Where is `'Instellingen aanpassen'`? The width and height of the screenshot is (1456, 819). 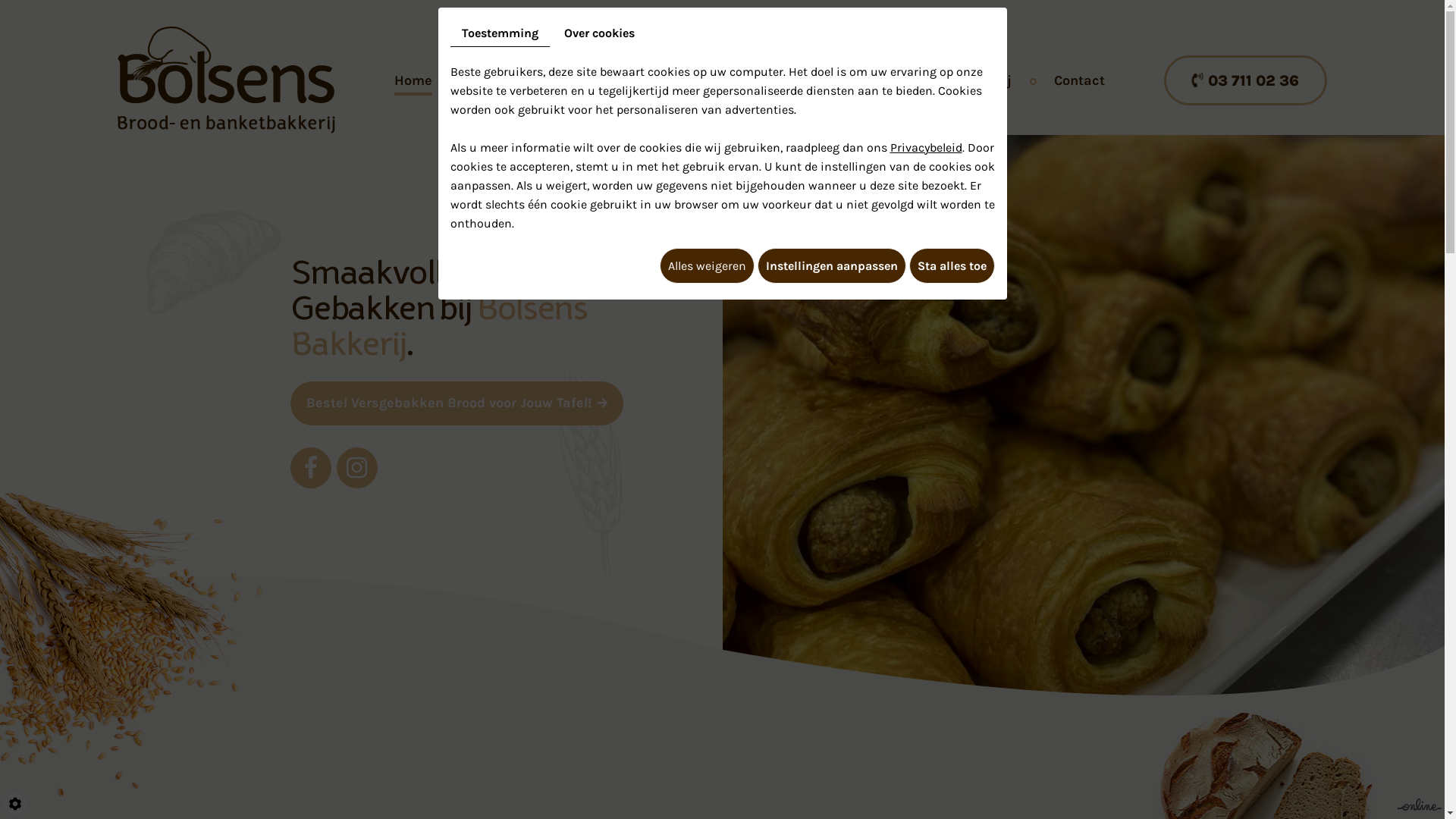 'Instellingen aanpassen' is located at coordinates (830, 265).